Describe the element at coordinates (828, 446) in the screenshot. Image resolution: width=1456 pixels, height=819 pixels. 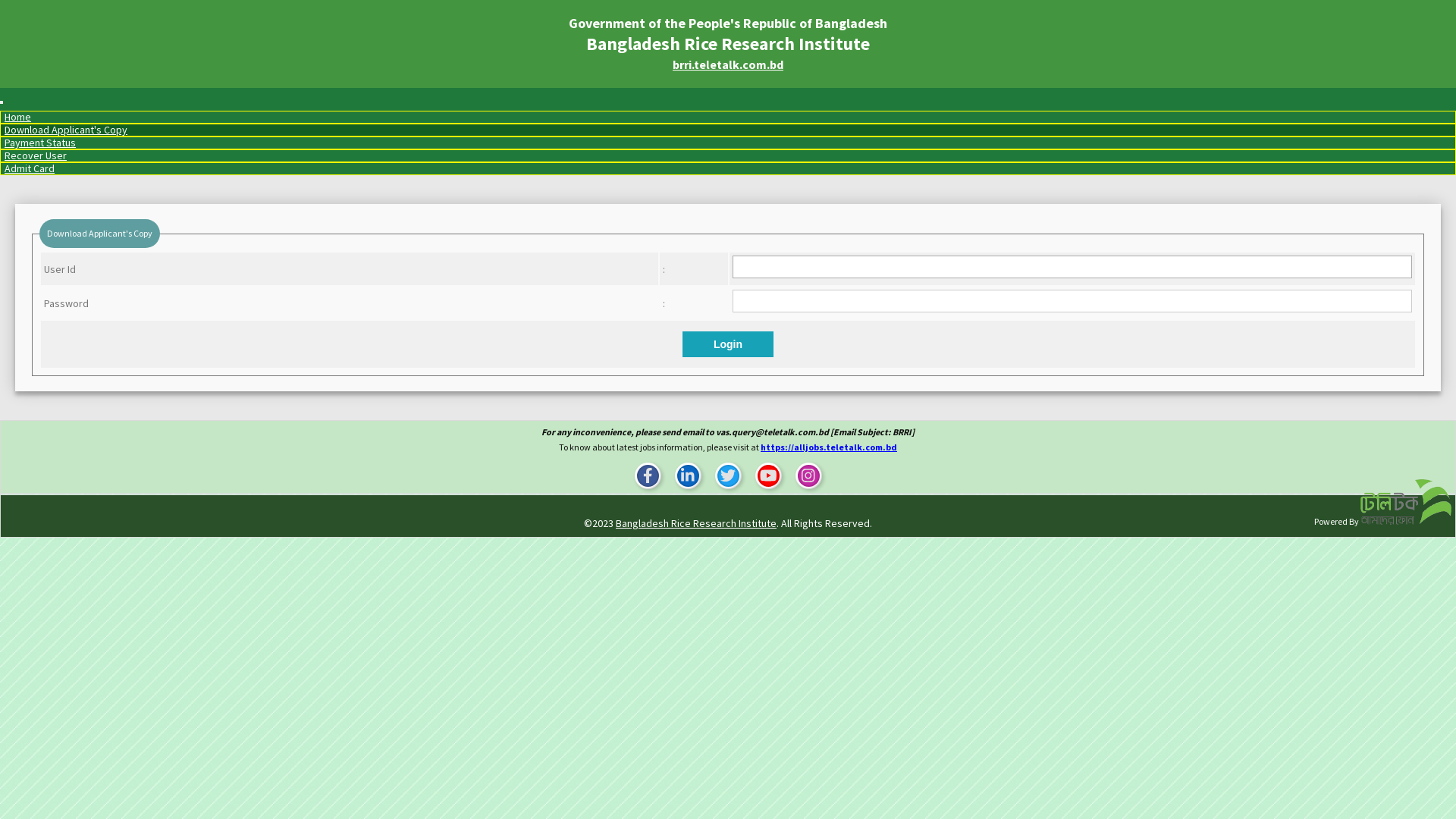
I see `'https://alljobs.teletalk.com.bd'` at that location.